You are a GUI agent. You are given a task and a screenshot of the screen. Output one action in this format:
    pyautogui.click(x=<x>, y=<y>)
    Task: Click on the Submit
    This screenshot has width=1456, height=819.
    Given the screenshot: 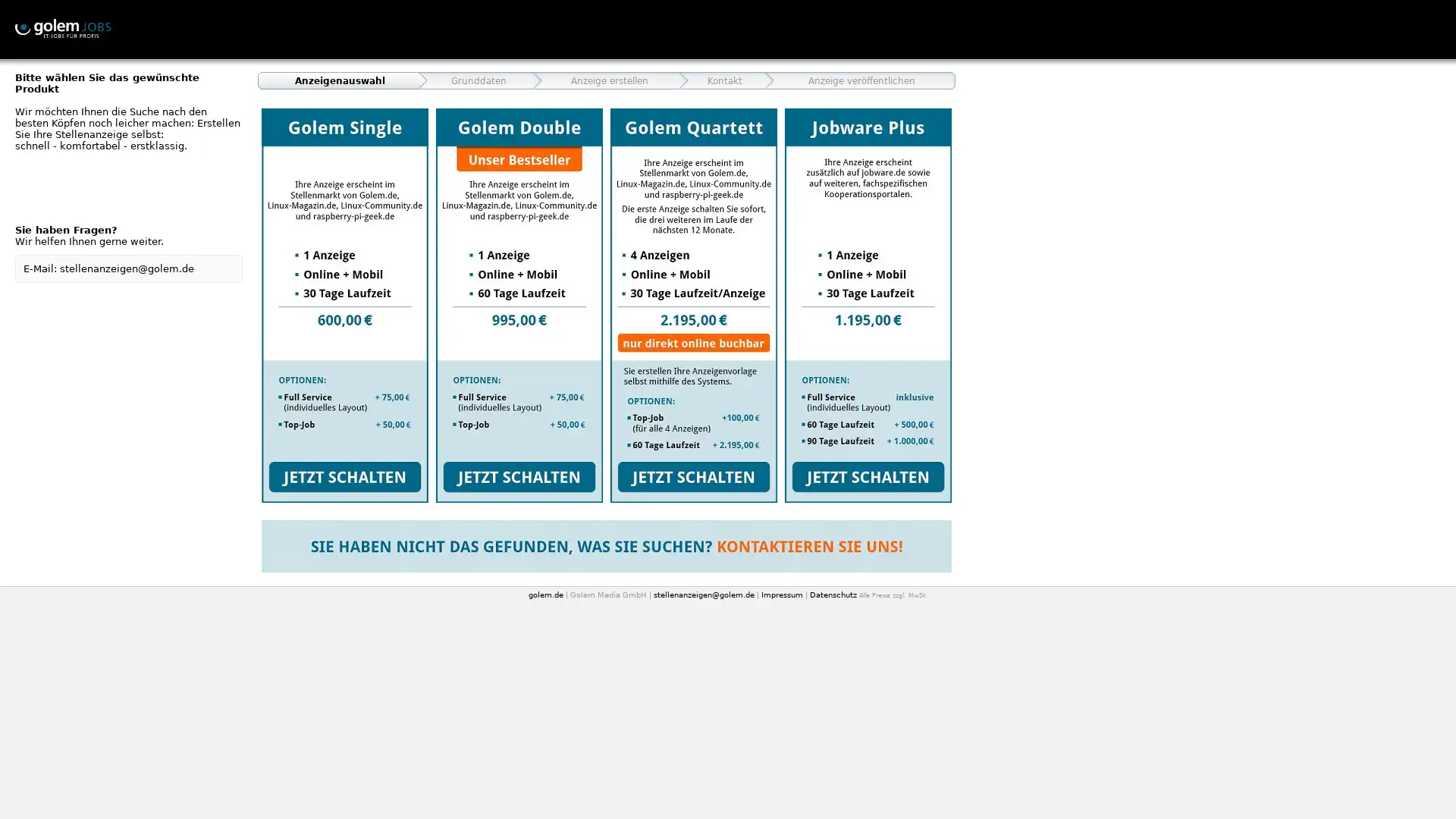 What is the action you would take?
    pyautogui.click(x=519, y=305)
    